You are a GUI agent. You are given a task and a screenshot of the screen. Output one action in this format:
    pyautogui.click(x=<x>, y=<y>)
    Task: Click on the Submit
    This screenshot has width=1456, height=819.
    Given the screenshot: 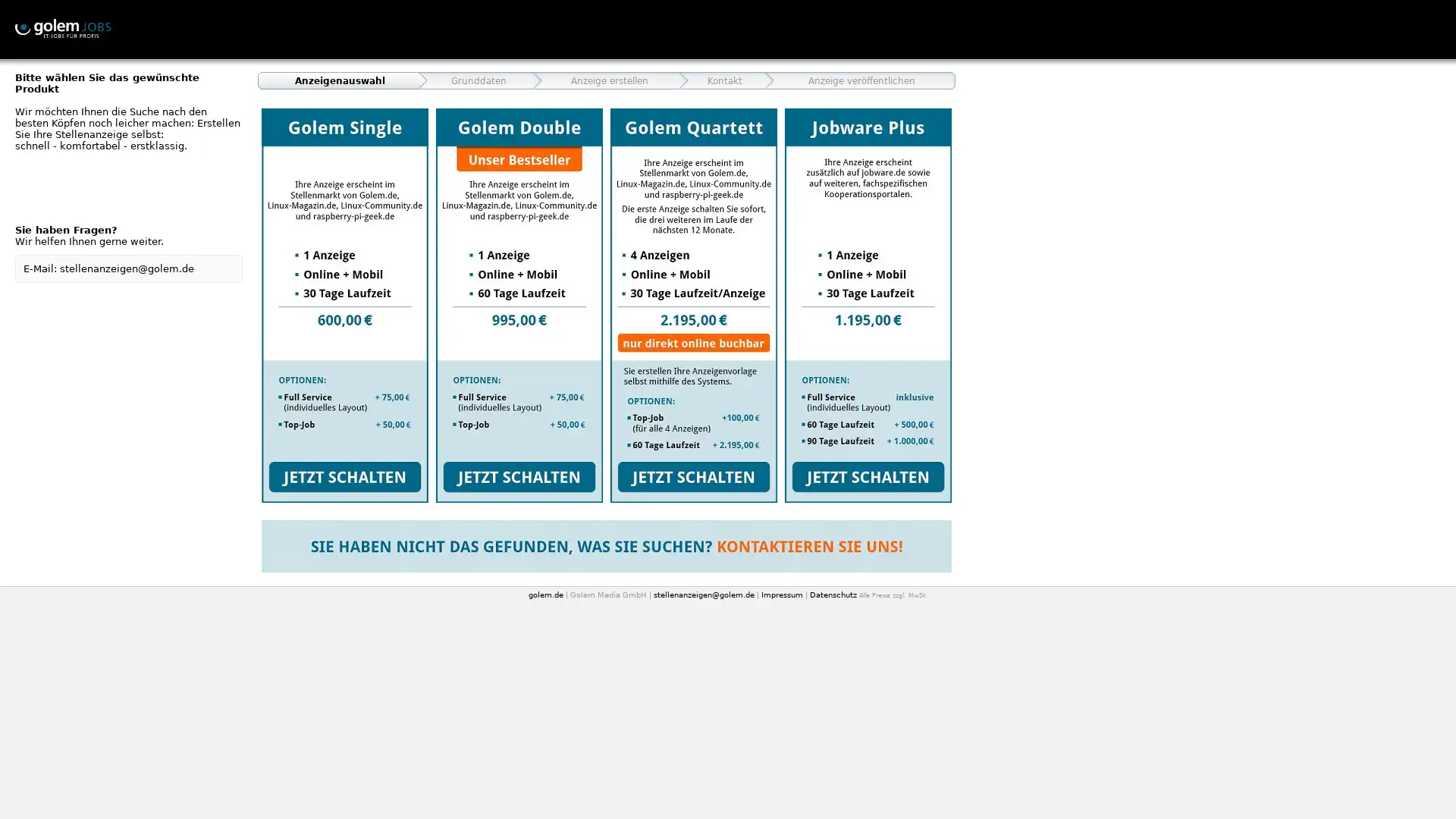 What is the action you would take?
    pyautogui.click(x=519, y=305)
    